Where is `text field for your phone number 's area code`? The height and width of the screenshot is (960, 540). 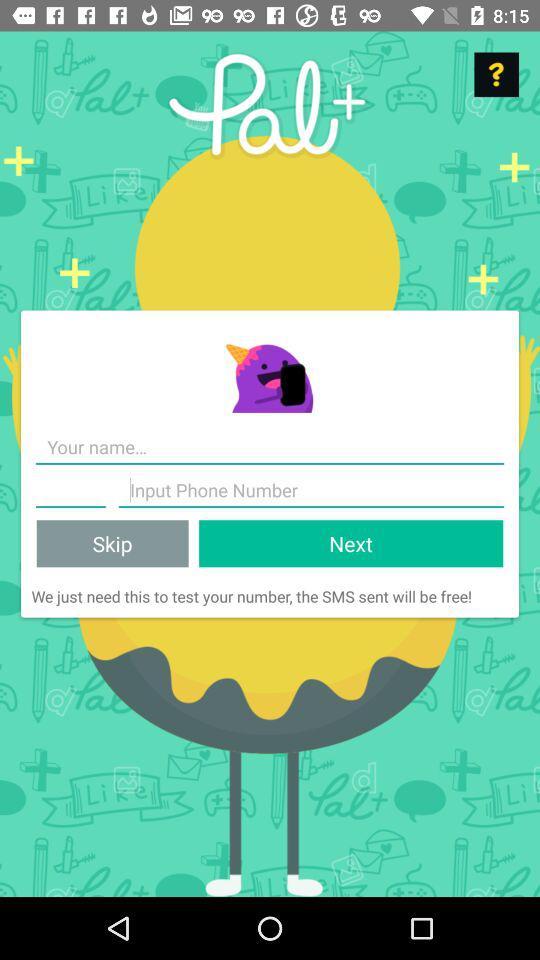
text field for your phone number 's area code is located at coordinates (69, 489).